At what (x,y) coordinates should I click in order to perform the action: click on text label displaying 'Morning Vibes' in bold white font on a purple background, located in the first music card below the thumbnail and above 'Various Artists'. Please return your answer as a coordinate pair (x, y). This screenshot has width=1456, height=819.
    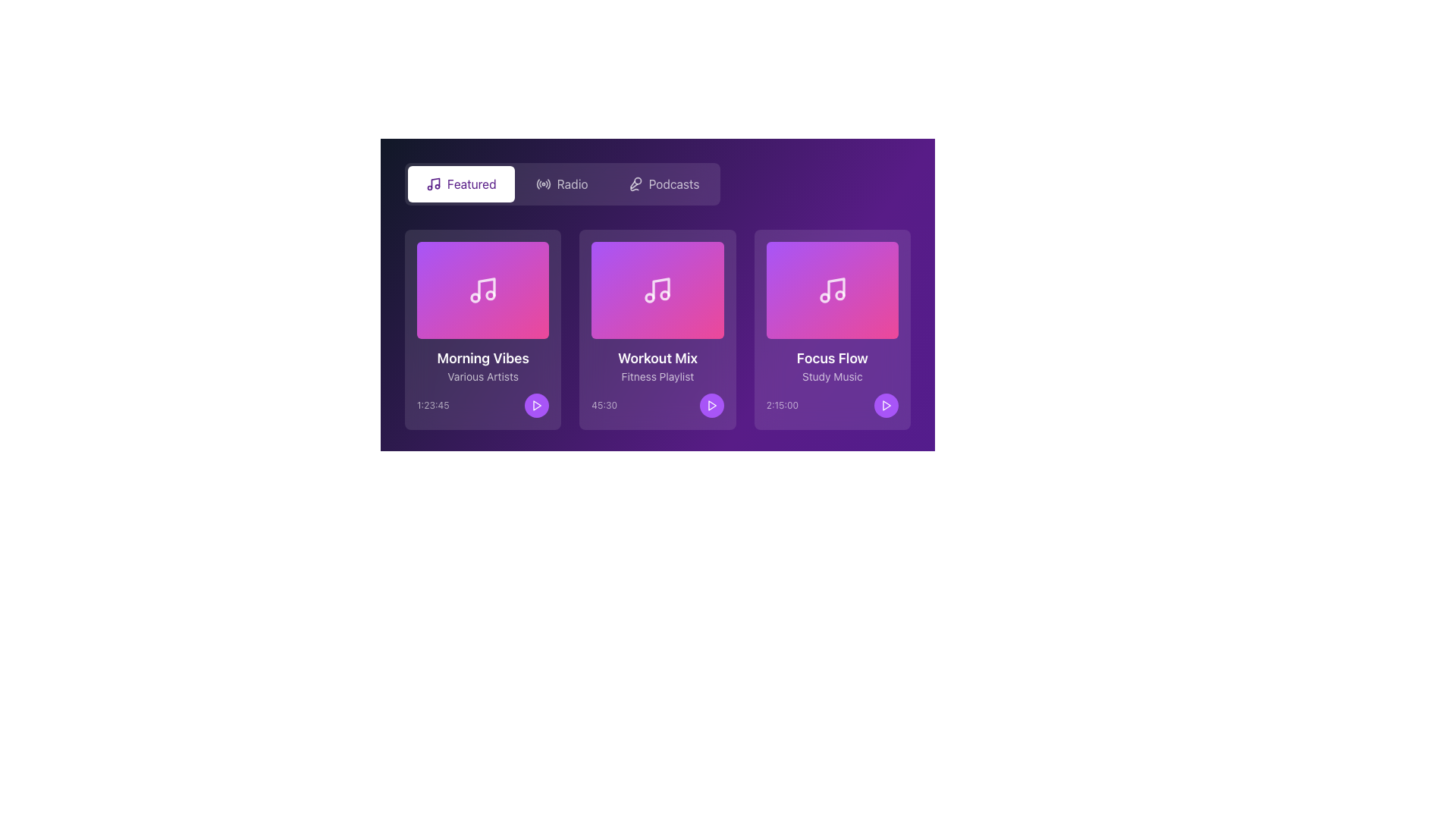
    Looking at the image, I should click on (482, 359).